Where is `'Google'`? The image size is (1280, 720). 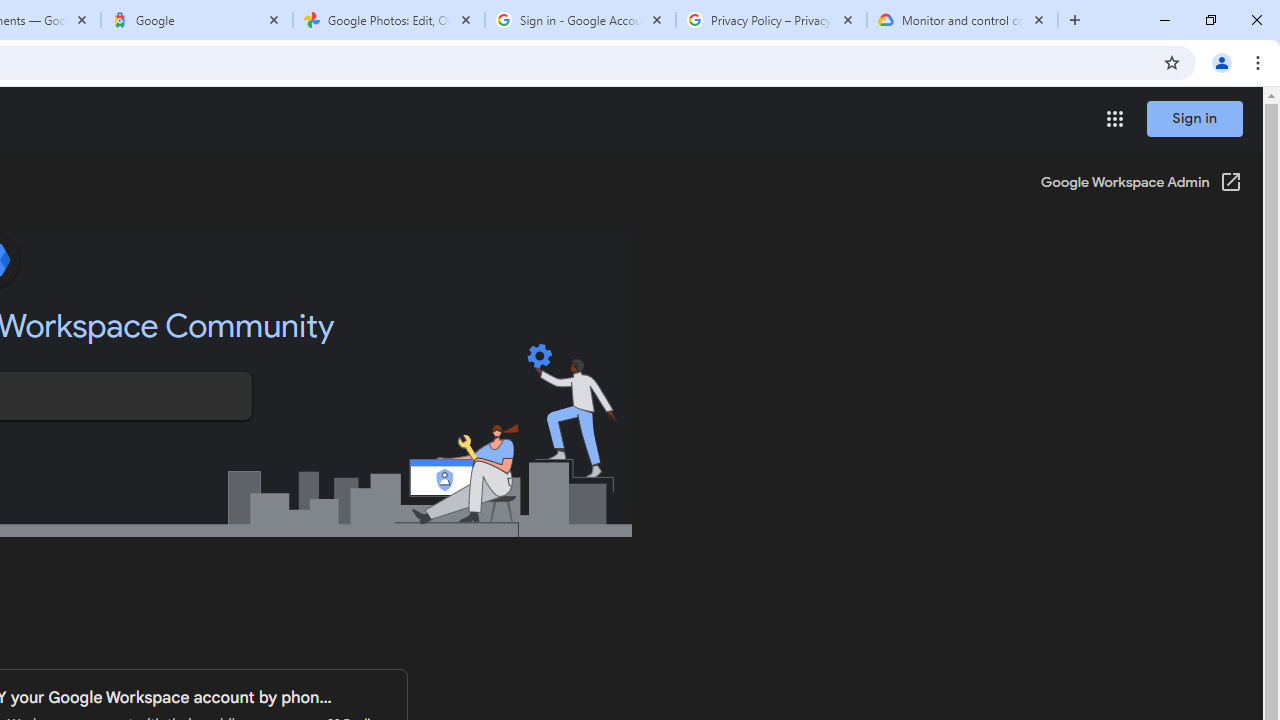 'Google' is located at coordinates (197, 20).